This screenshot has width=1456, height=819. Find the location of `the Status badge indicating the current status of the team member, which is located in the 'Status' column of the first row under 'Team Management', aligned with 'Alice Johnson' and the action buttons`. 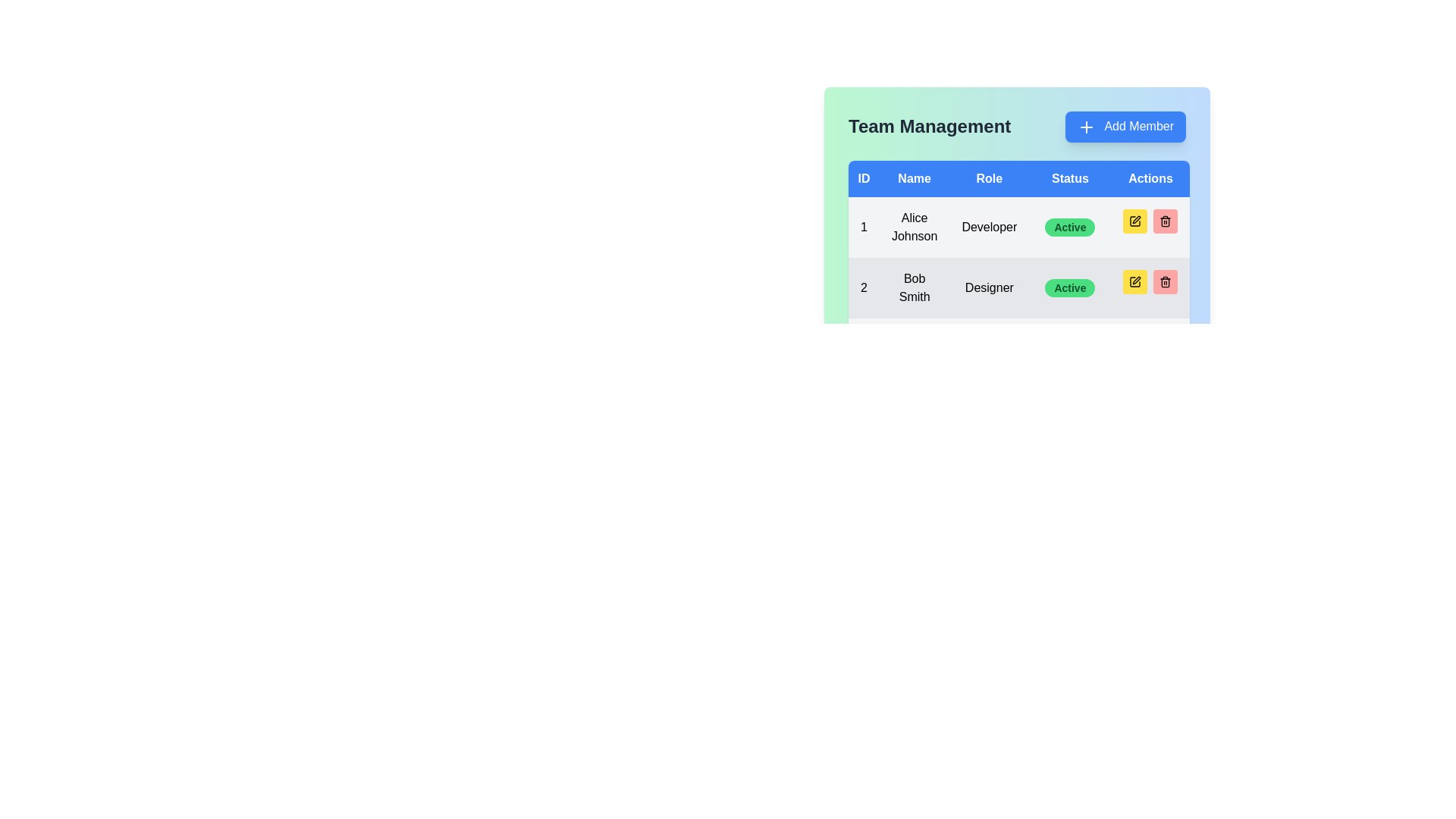

the Status badge indicating the current status of the team member, which is located in the 'Status' column of the first row under 'Team Management', aligned with 'Alice Johnson' and the action buttons is located at coordinates (1069, 227).